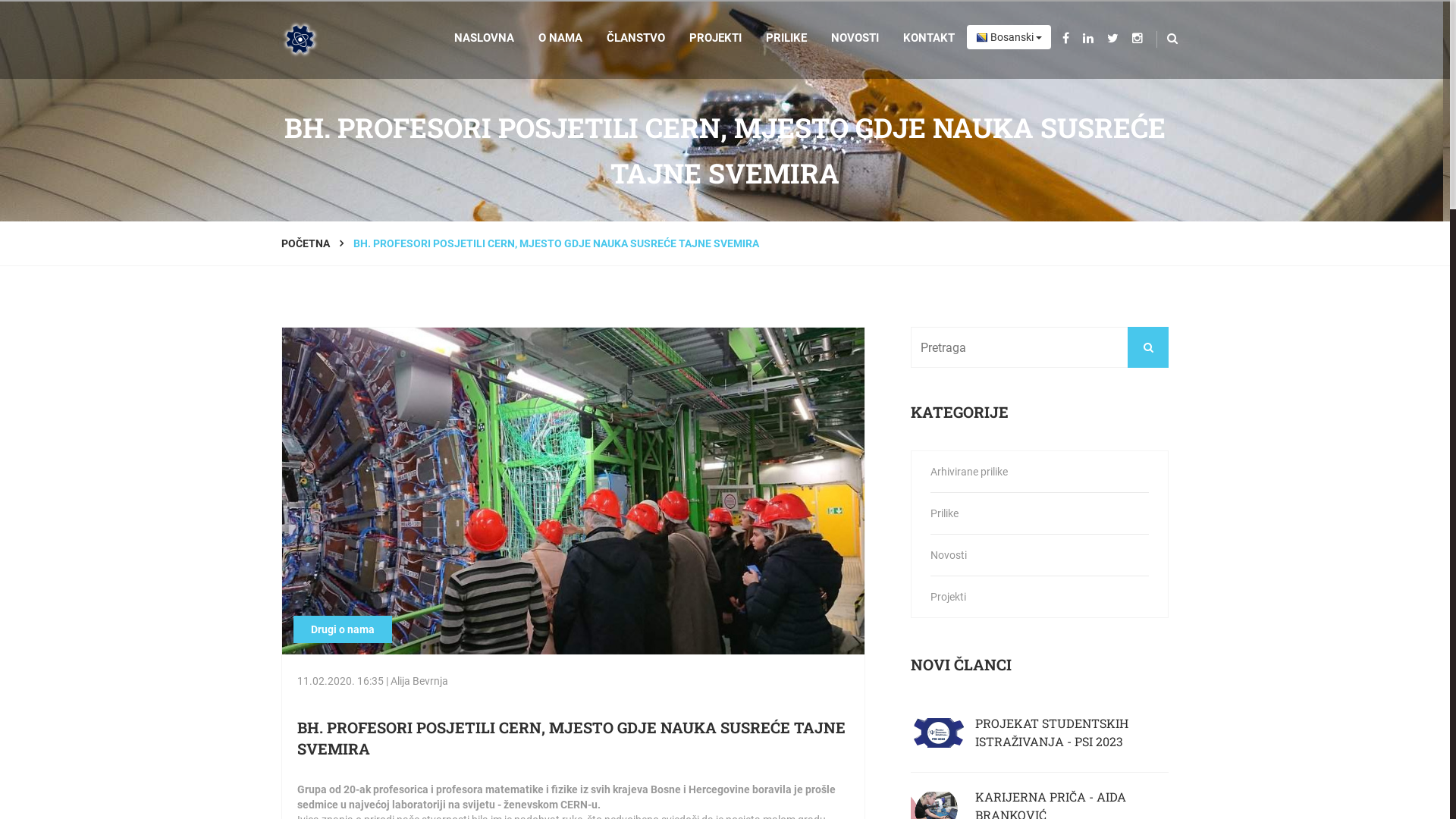  I want to click on 'Projekti', so click(1039, 595).